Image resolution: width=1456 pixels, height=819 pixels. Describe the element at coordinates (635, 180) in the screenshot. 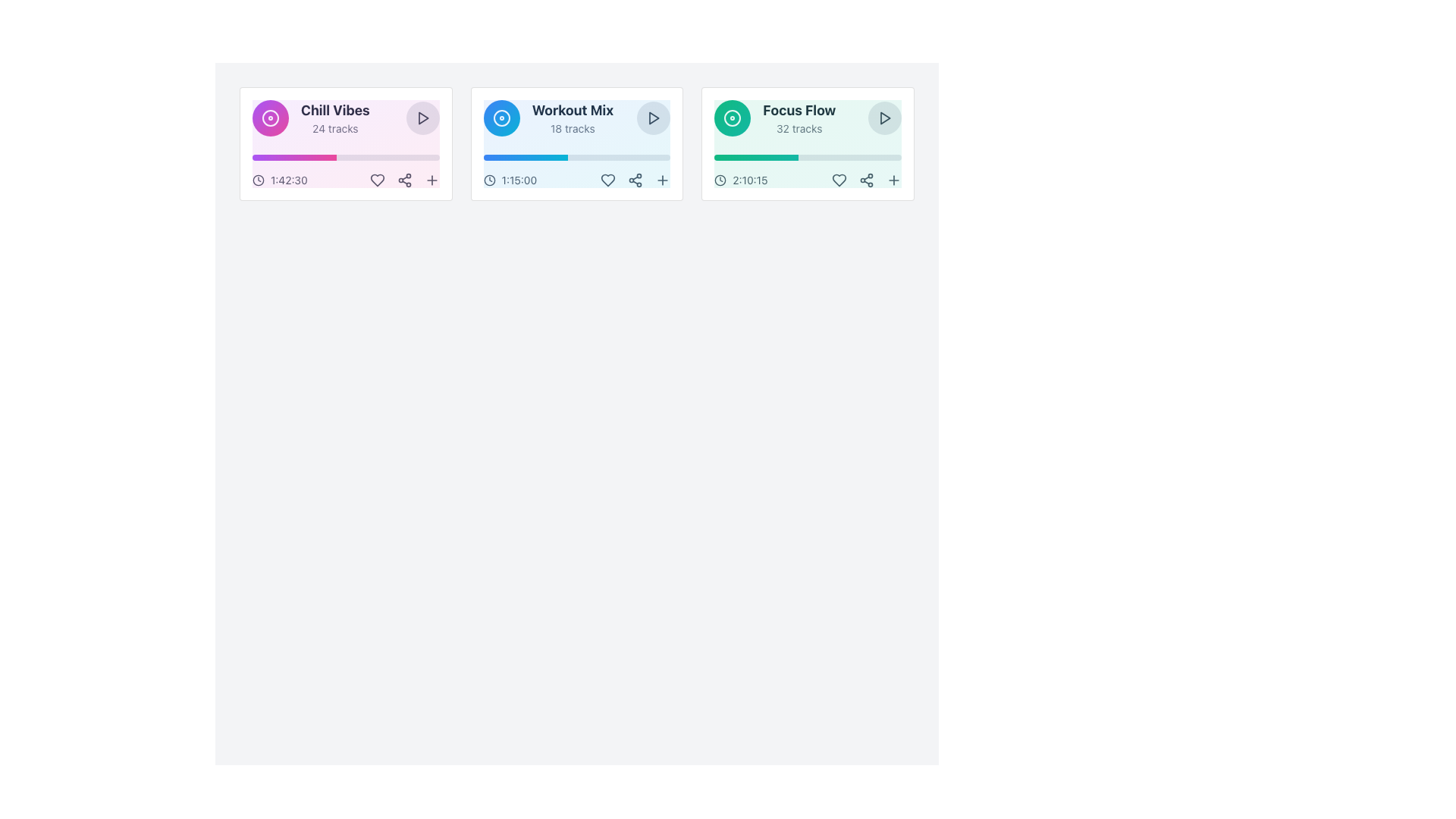

I see `the share button represented by interconnected circles with lines, located at the bottom right of the 'Workout Mix' card, which is the second card in the row of cards` at that location.